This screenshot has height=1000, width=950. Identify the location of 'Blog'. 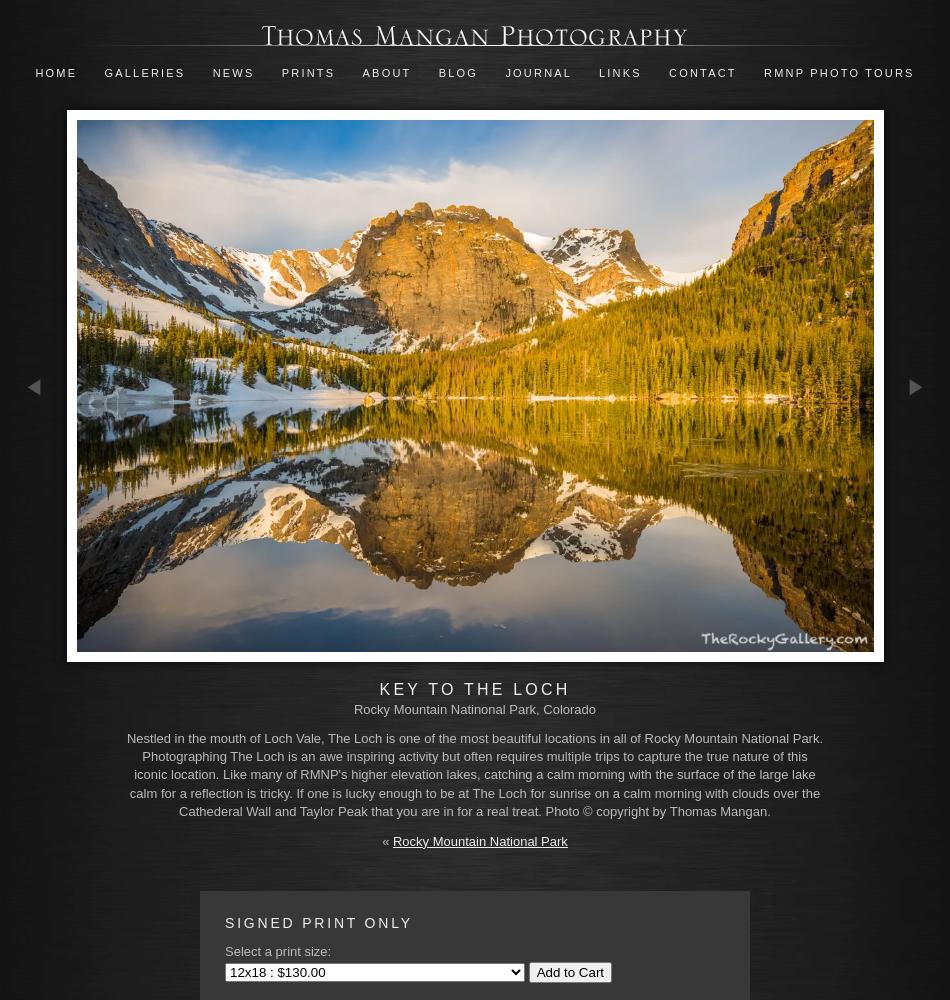
(456, 72).